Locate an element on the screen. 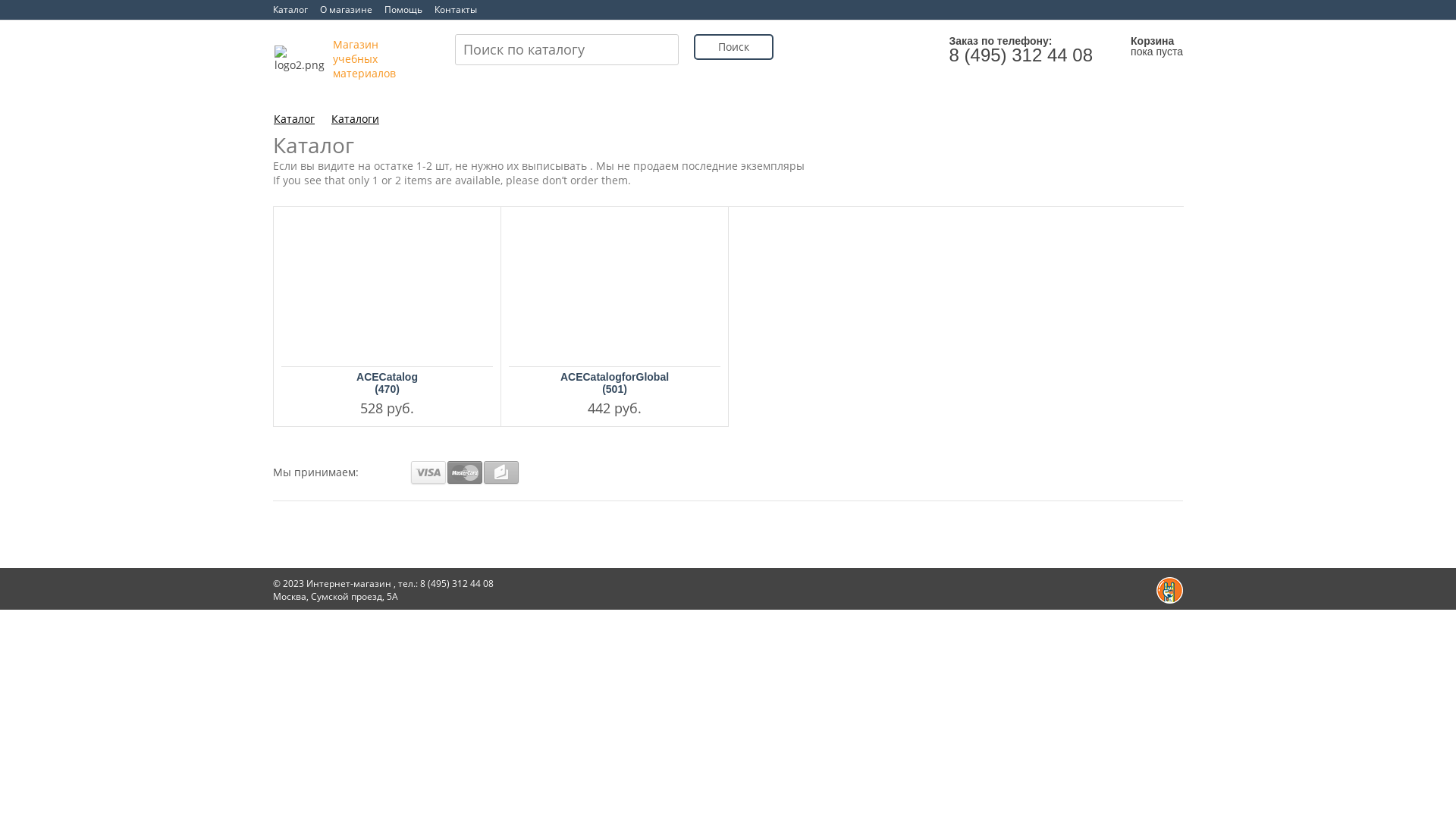 The width and height of the screenshot is (1456, 819). 'ACECatalog is located at coordinates (387, 382).